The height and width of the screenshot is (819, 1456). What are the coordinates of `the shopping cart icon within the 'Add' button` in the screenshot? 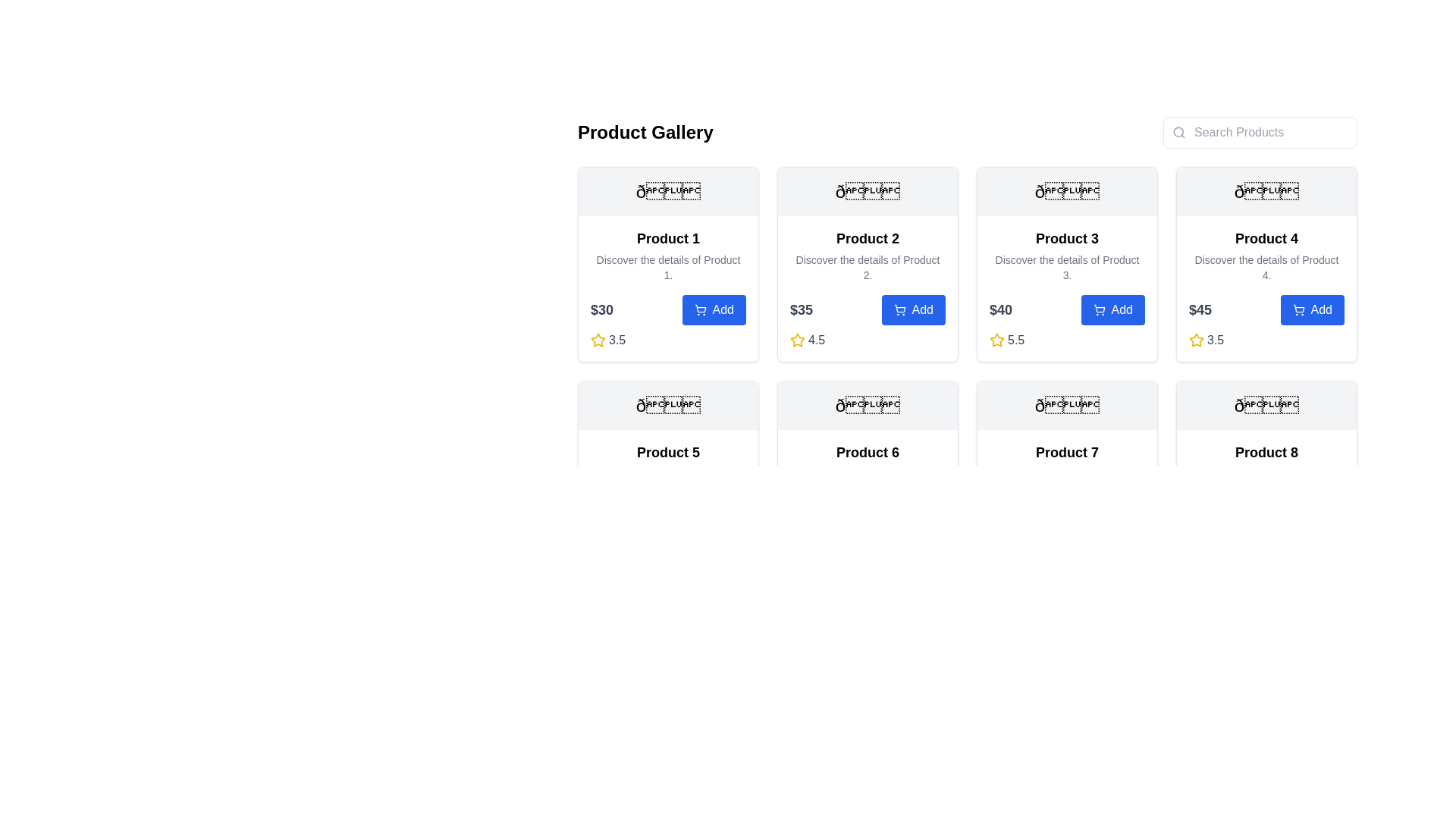 It's located at (1099, 308).